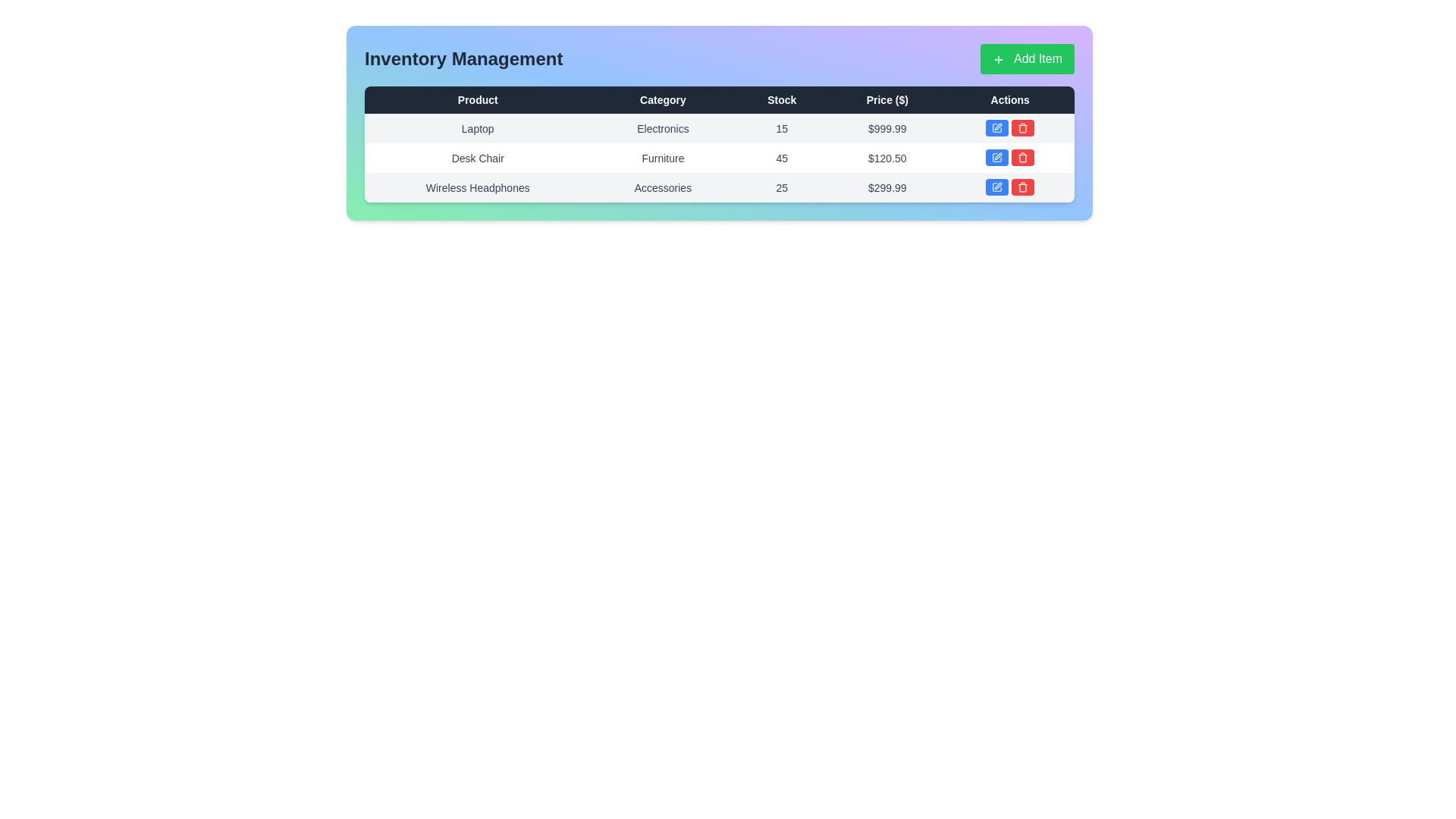 Image resolution: width=1456 pixels, height=819 pixels. Describe the element at coordinates (477, 158) in the screenshot. I see `the non-interactive Text label displaying the name of the product in the first cell of the second data row under the 'Product' column` at that location.